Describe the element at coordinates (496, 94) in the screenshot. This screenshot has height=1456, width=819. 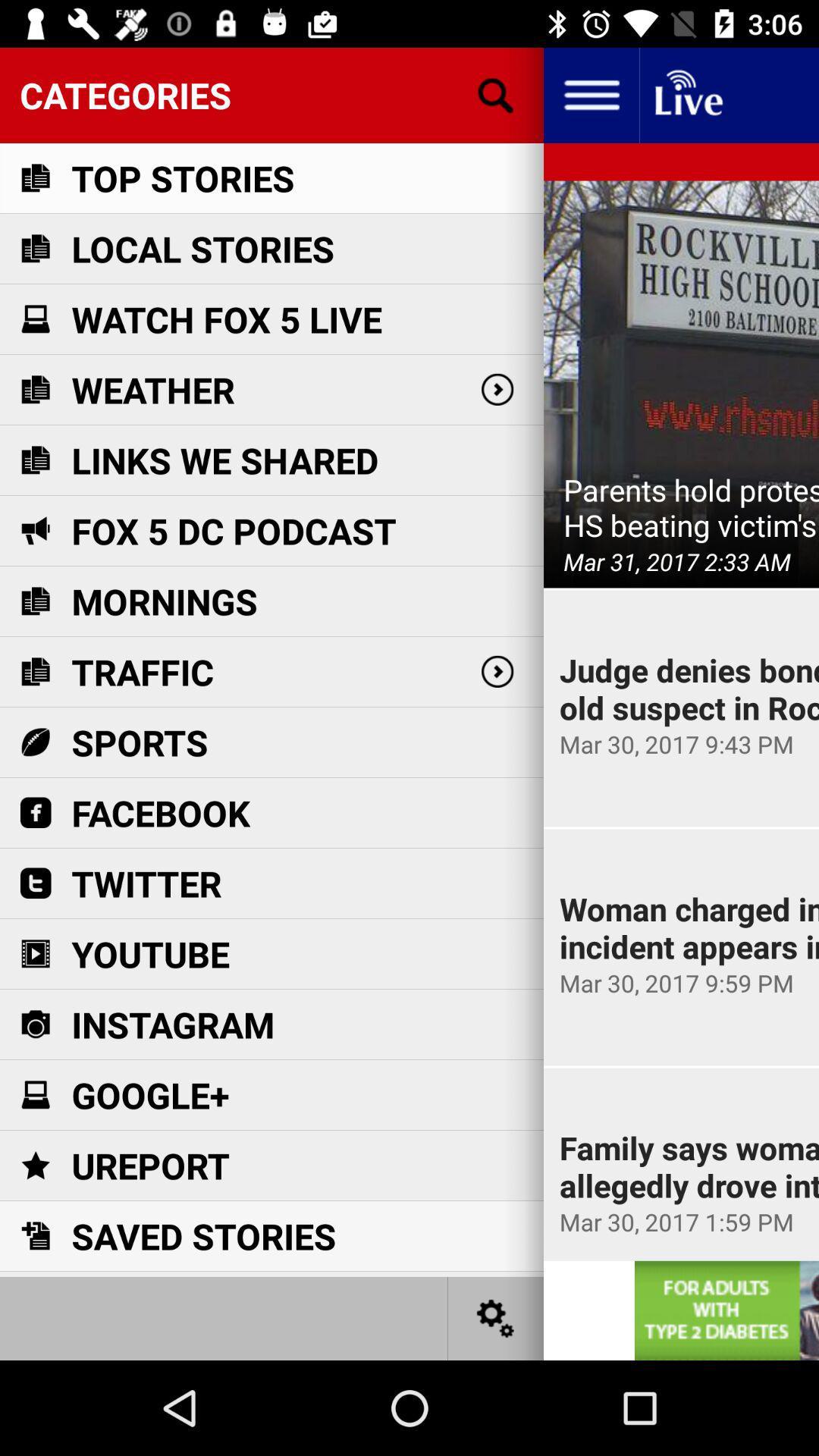
I see `seaching the button` at that location.